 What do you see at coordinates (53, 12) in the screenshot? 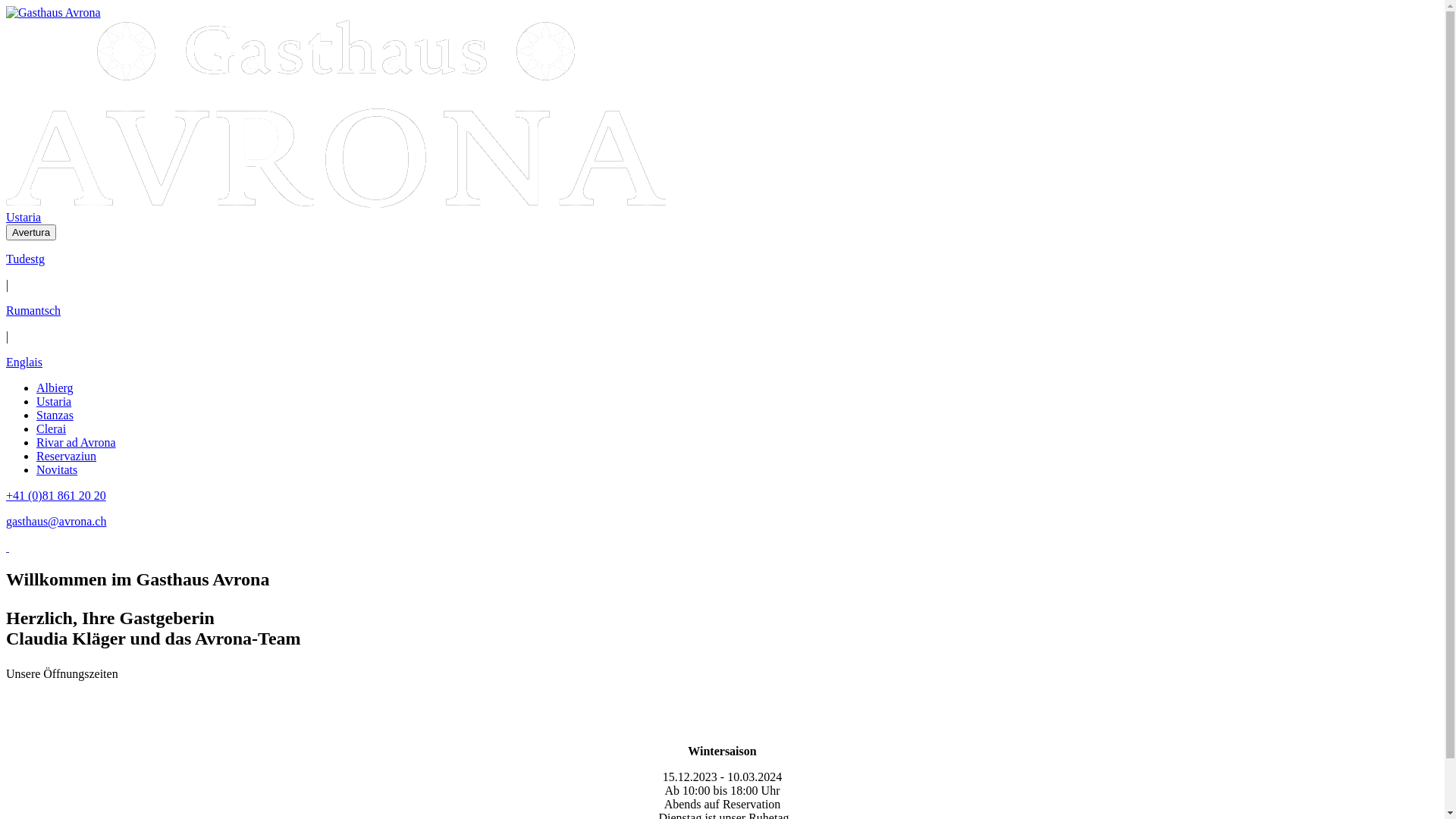
I see `'app.logo'` at bounding box center [53, 12].